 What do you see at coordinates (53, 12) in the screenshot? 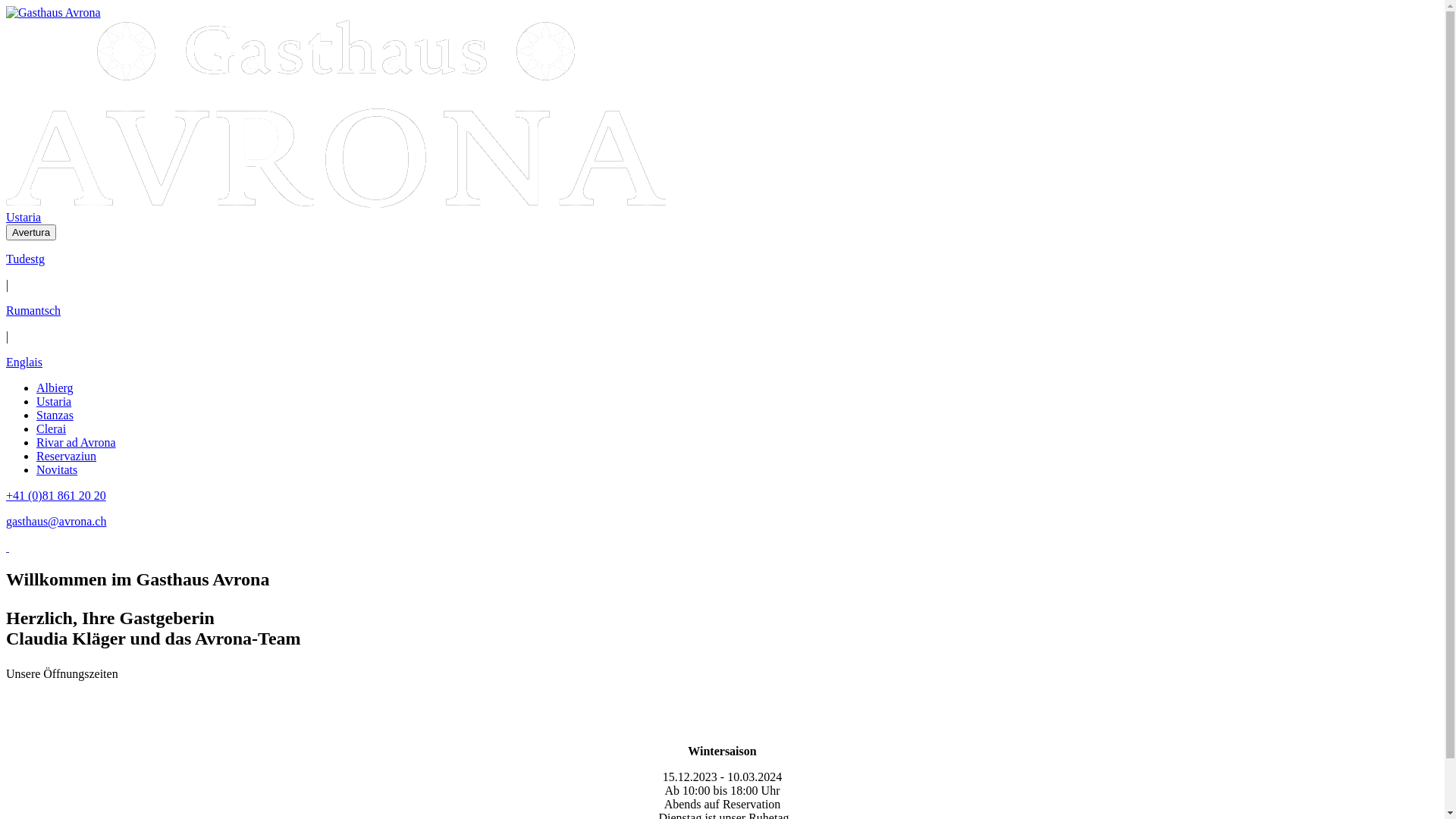
I see `'app.logo'` at bounding box center [53, 12].